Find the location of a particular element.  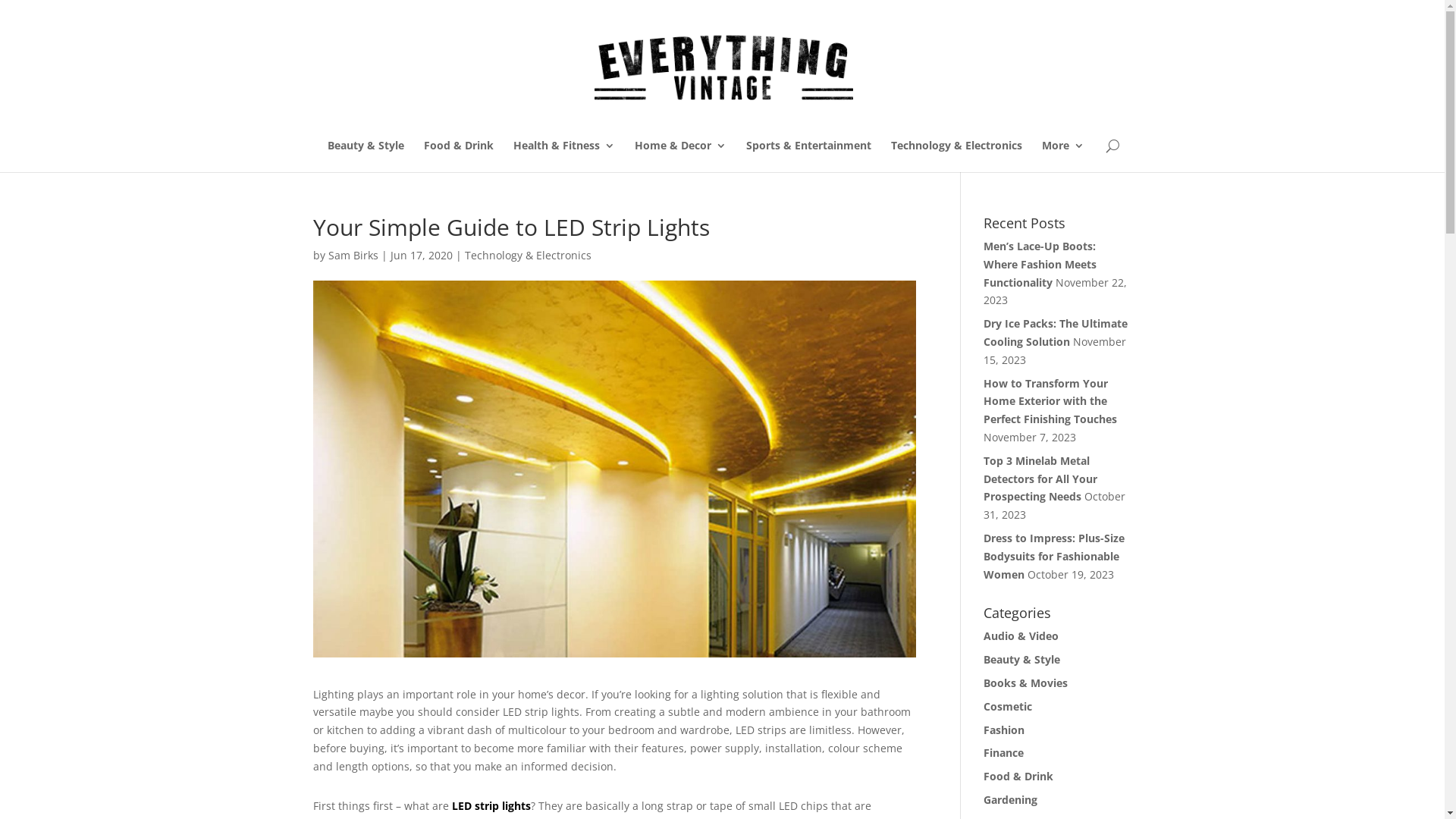

'Health & Fitness' is located at coordinates (513, 155).